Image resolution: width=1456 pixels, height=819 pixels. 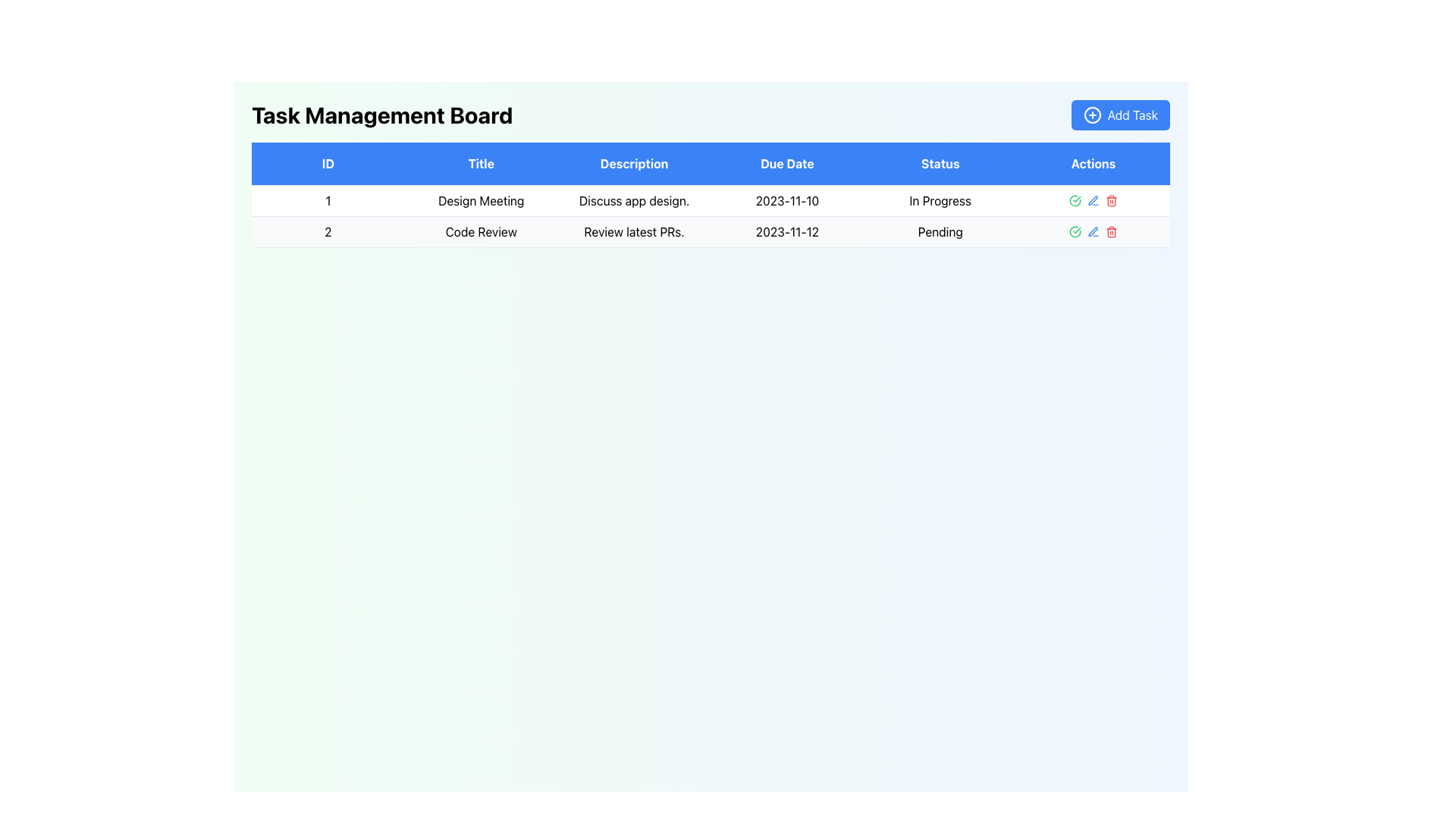 What do you see at coordinates (1092, 114) in the screenshot?
I see `the circular part of the 'Add Task' button, which visually indicates the action of adding a new task` at bounding box center [1092, 114].